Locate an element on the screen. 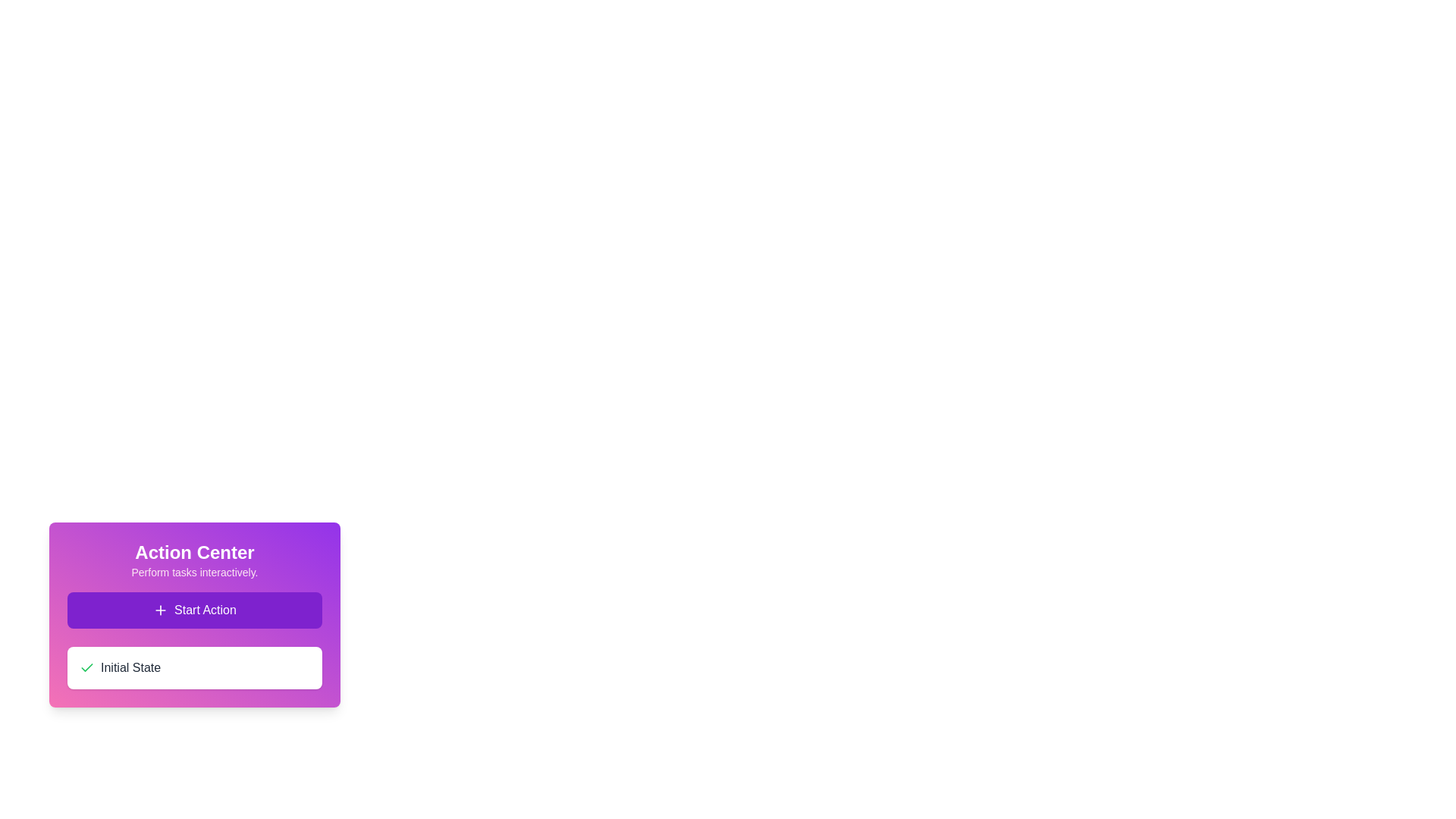  the Heading with subtitle element that provides context for the 'Action Center' is located at coordinates (194, 560).